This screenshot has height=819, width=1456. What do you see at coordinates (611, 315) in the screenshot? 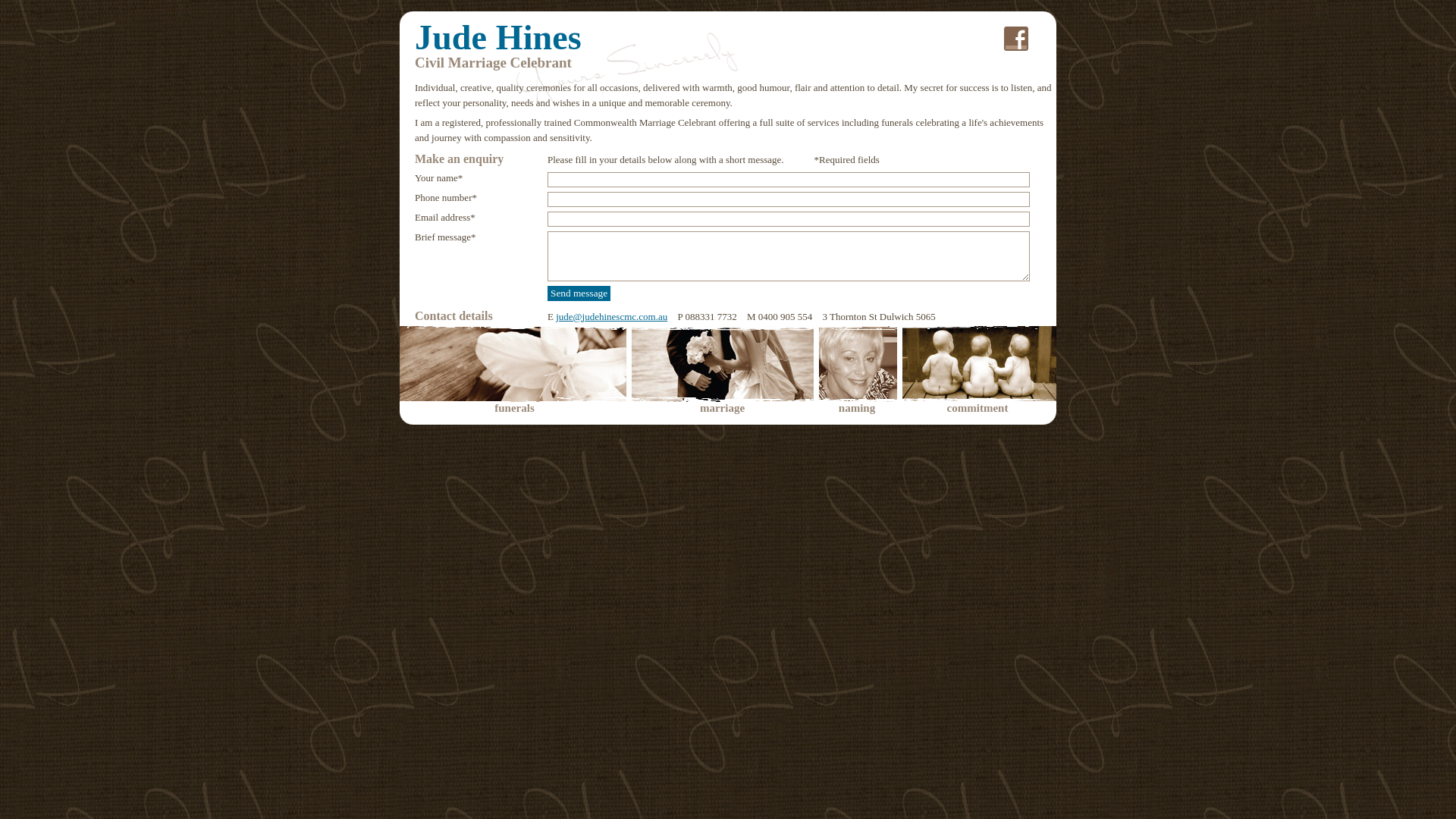
I see `'jude@judehinescmc.com.au'` at bounding box center [611, 315].